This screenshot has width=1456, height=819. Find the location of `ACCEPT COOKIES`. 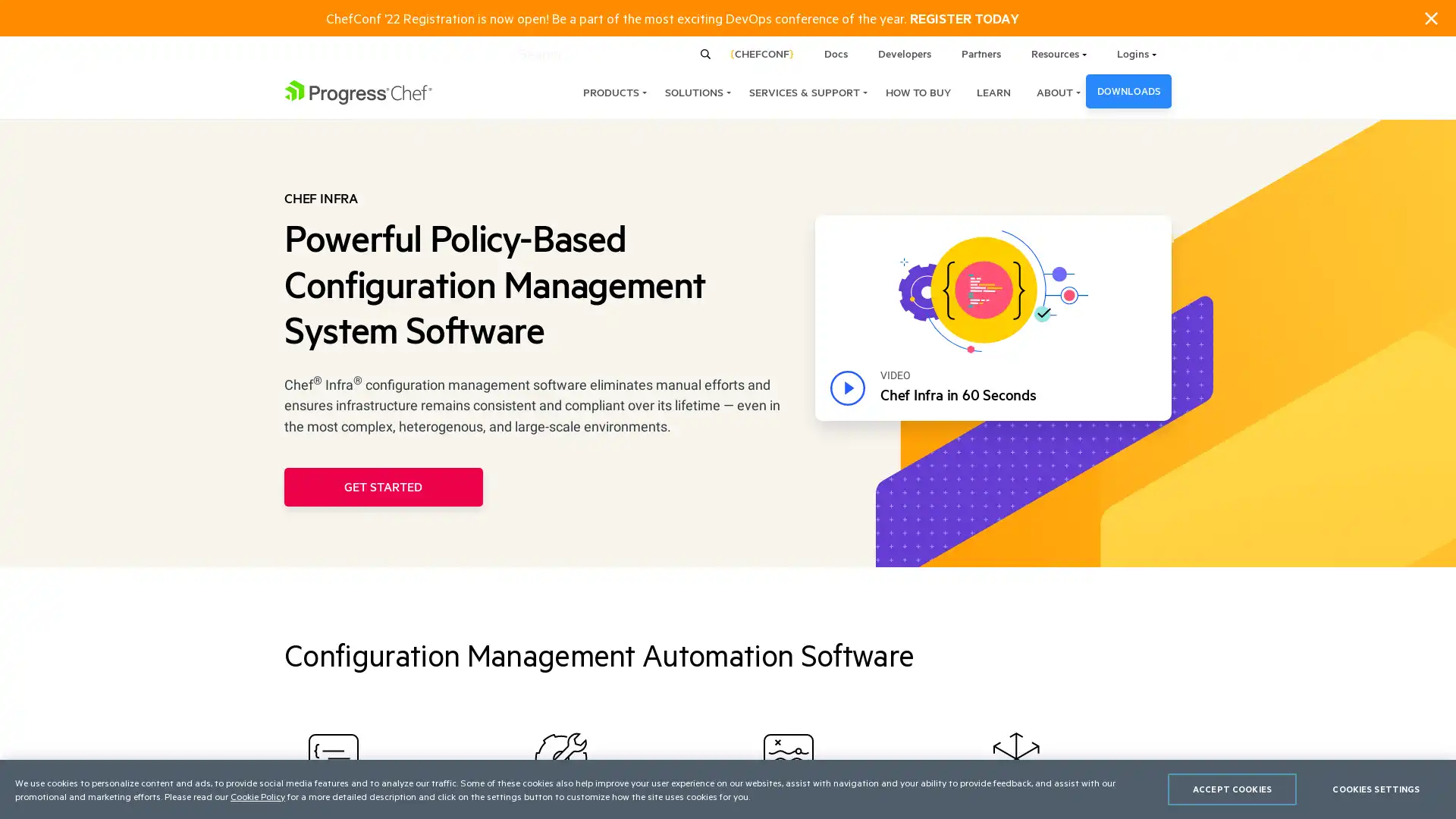

ACCEPT COOKIES is located at coordinates (1232, 789).